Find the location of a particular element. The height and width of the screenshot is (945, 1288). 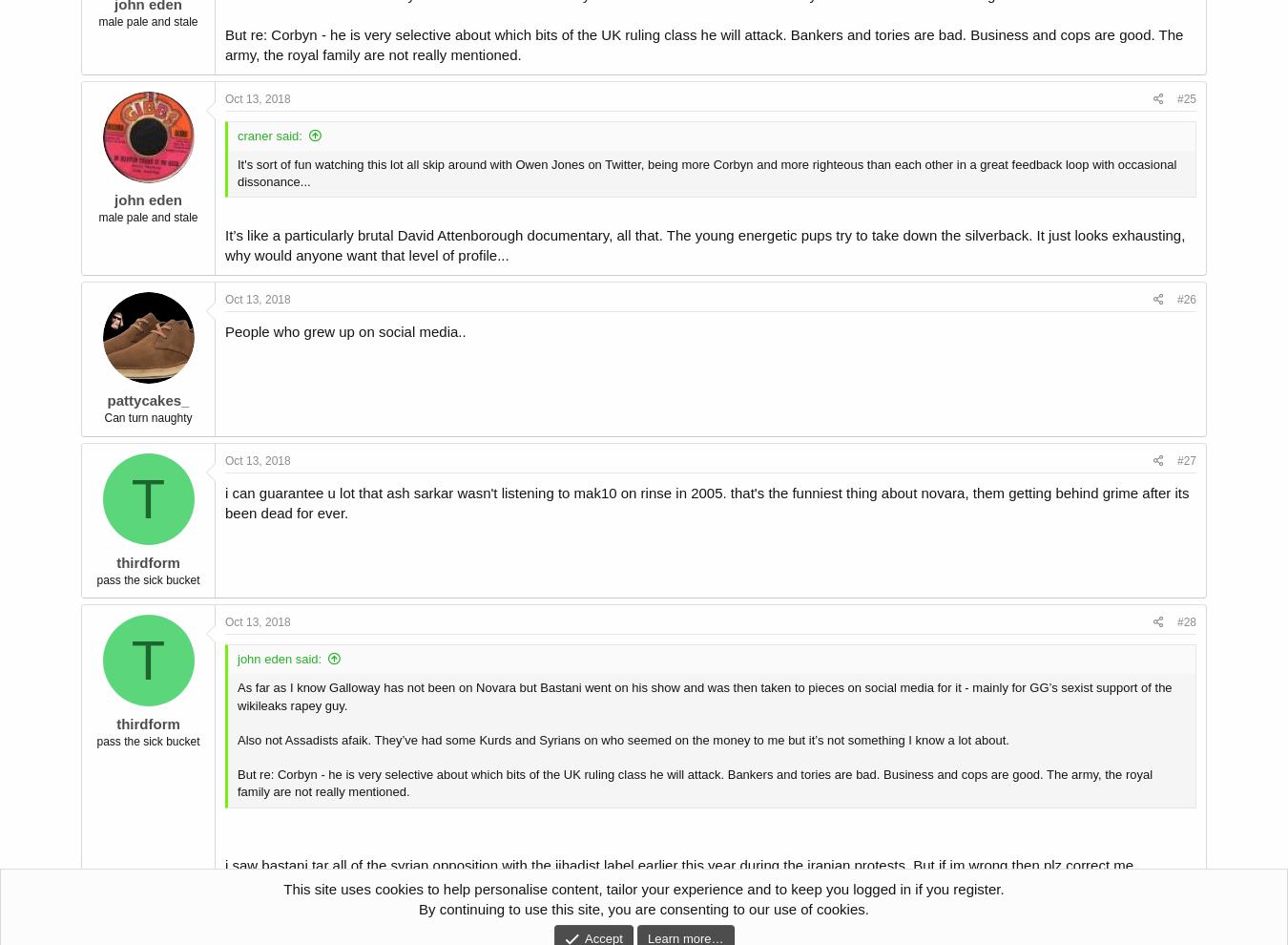

'#25' is located at coordinates (1186, 96).